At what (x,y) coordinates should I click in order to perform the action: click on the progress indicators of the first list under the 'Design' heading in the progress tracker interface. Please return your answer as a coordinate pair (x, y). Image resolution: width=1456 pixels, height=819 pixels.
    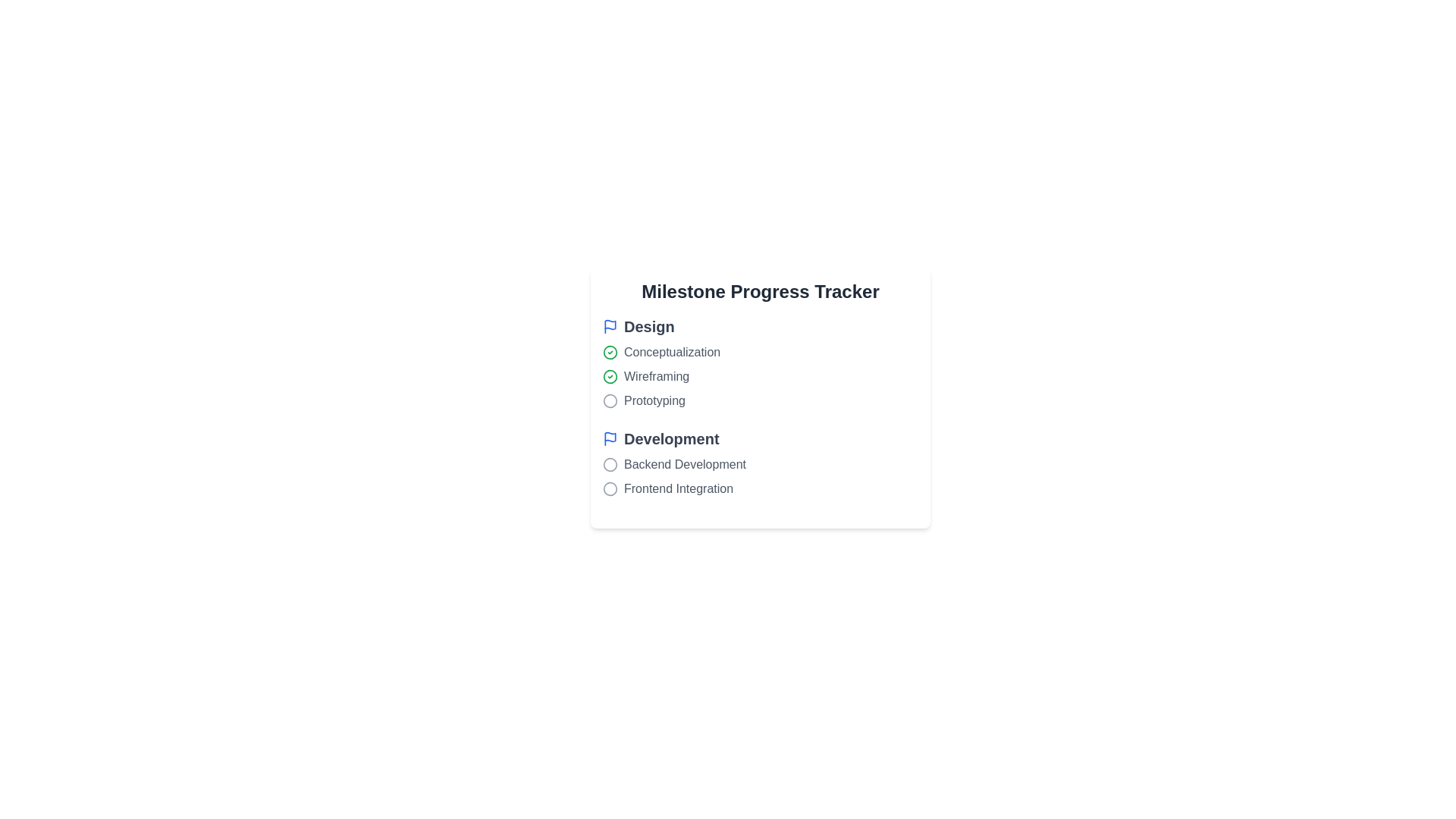
    Looking at the image, I should click on (761, 376).